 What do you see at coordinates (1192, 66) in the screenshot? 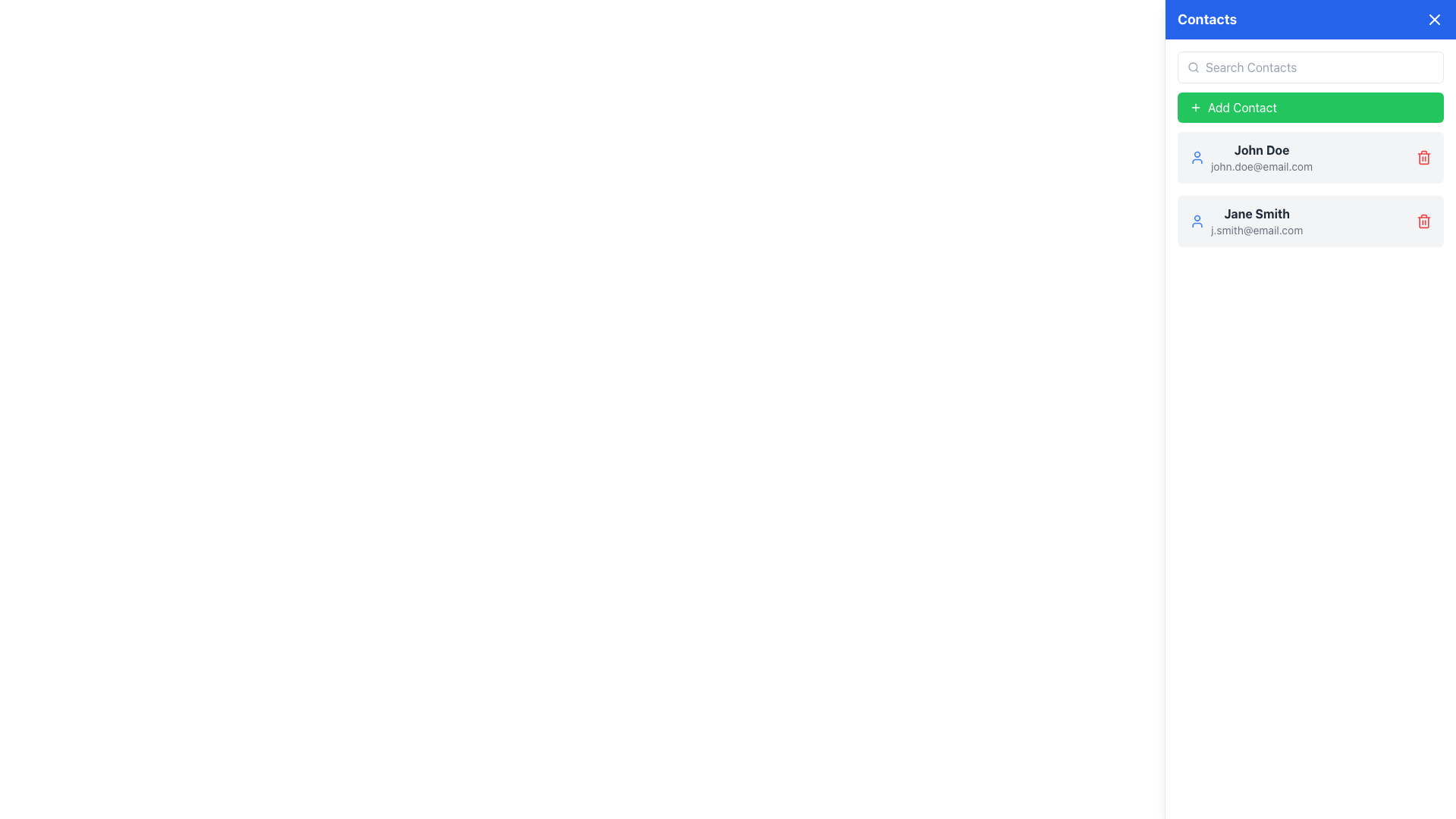
I see `the SVG Circle element representing the search function in the contacts panel, located near the top-right corner of the UI` at bounding box center [1192, 66].